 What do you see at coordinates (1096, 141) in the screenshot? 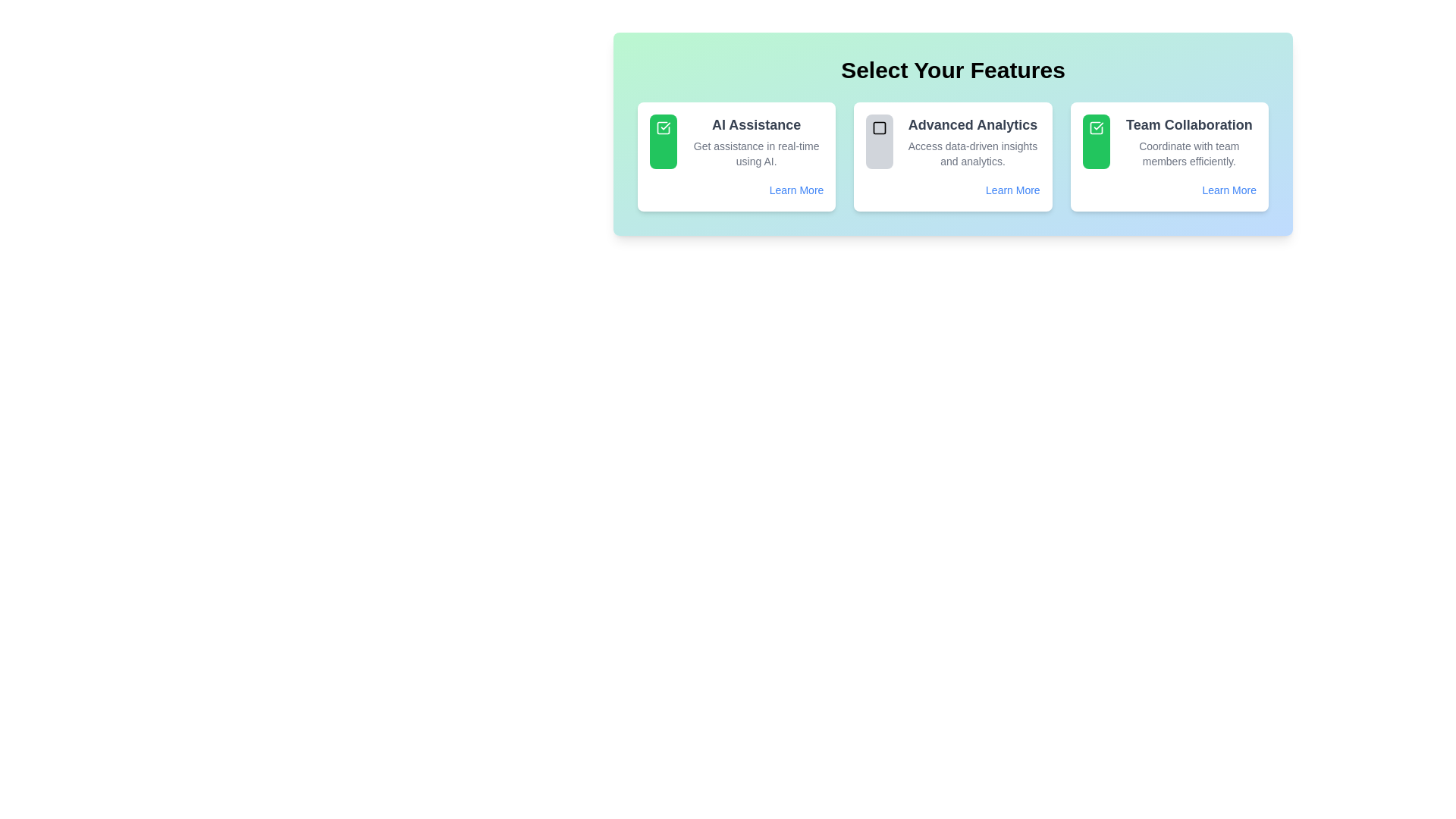
I see `the green rectangular button with a check mark icon in the Team Collaboration section` at bounding box center [1096, 141].